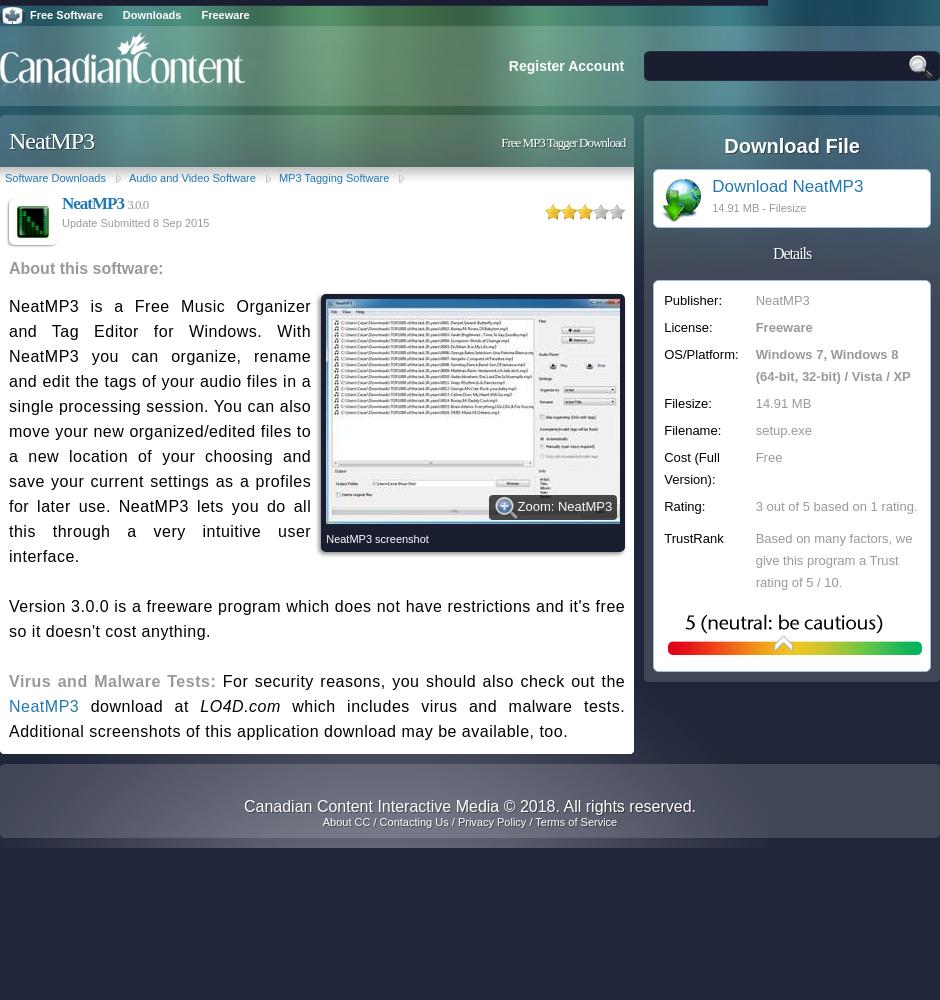  I want to click on 'Rating:', so click(683, 506).